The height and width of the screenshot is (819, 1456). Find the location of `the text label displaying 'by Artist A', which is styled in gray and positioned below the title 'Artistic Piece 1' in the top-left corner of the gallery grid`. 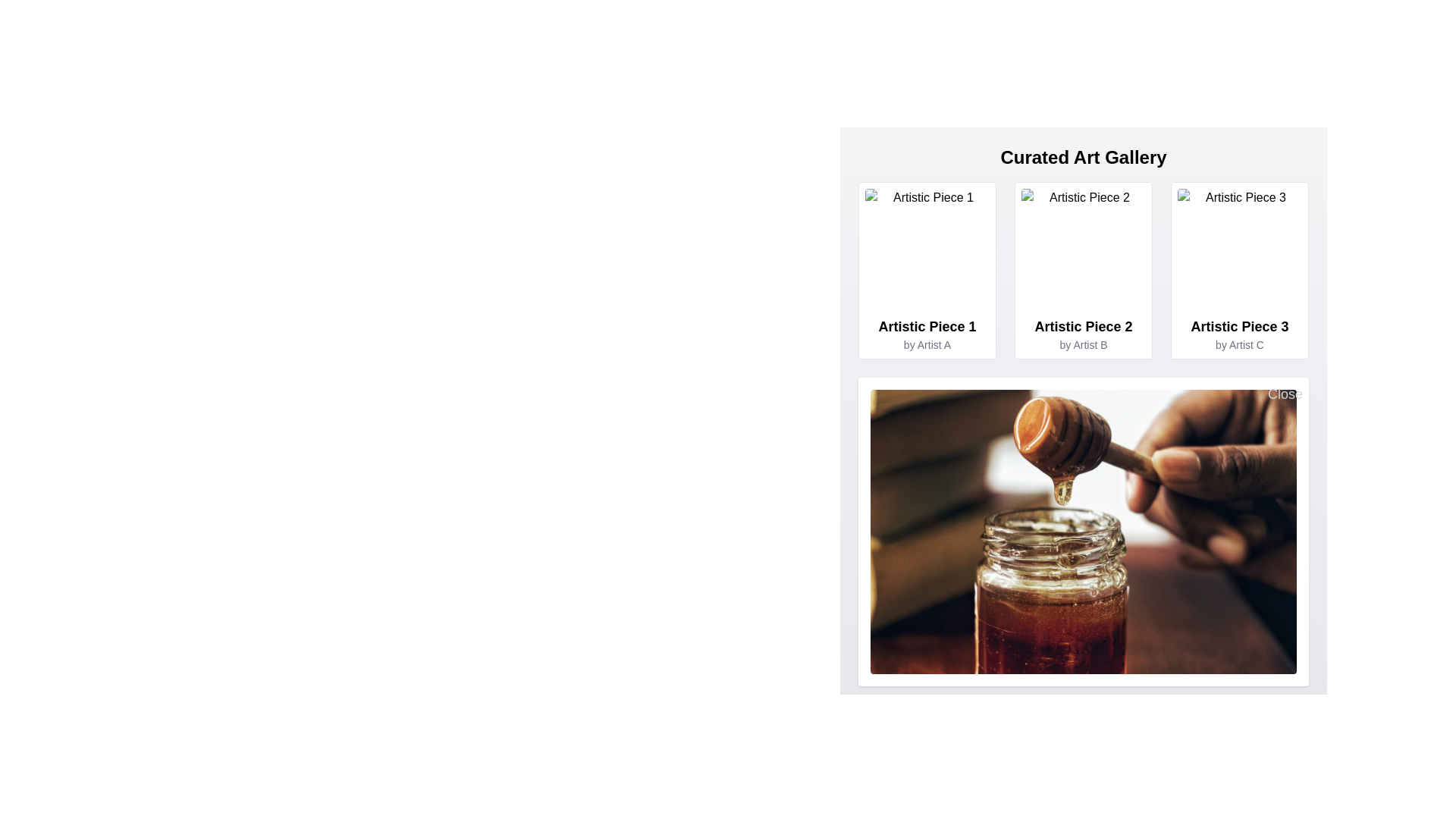

the text label displaying 'by Artist A', which is styled in gray and positioned below the title 'Artistic Piece 1' in the top-left corner of the gallery grid is located at coordinates (927, 345).